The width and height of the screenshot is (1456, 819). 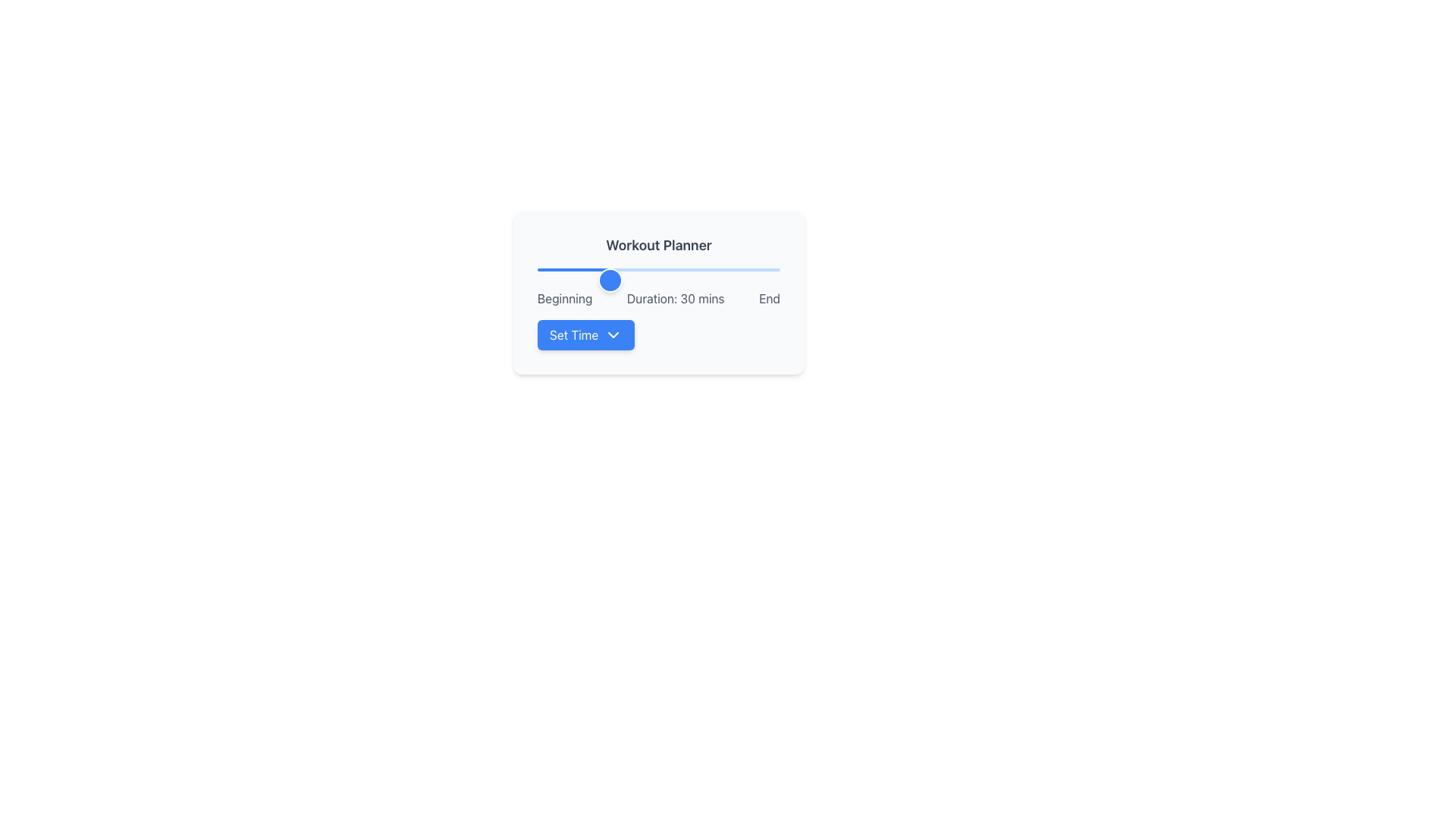 I want to click on the slider handle, so click(x=303, y=281).